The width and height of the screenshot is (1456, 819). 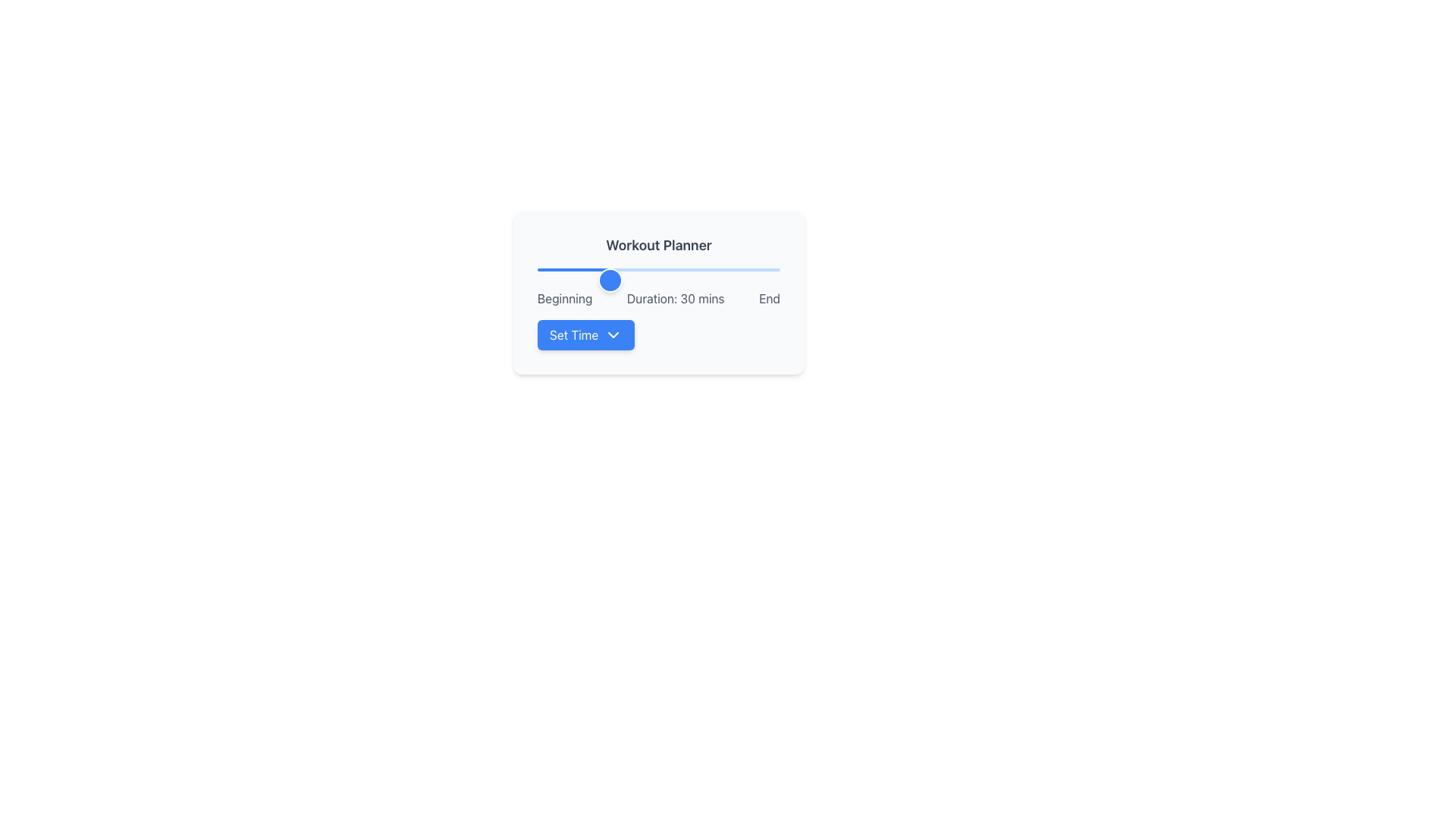 I want to click on the slider handle, so click(x=303, y=281).